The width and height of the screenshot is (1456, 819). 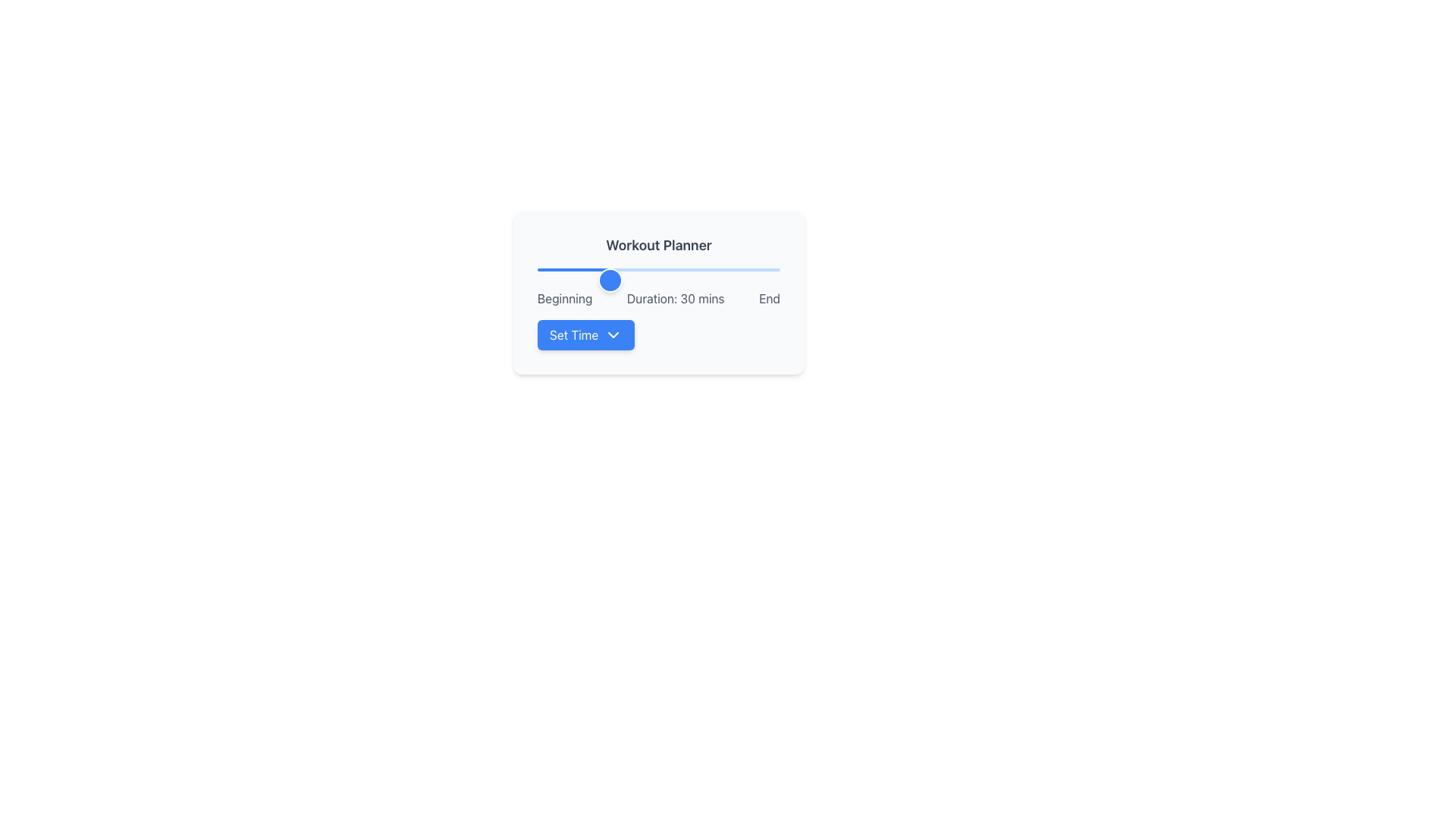 I want to click on the slider handle, so click(x=303, y=281).